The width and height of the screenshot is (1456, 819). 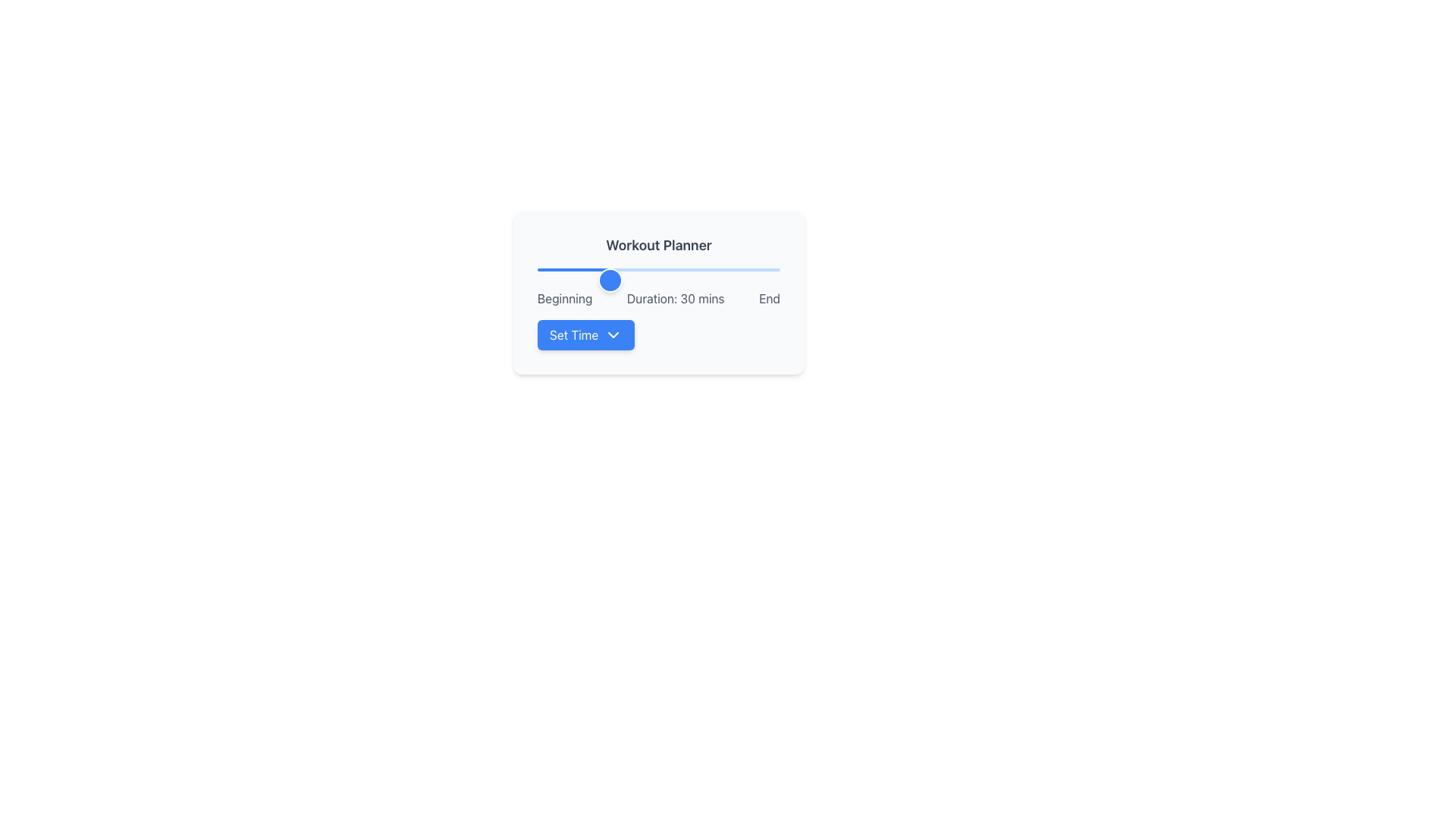 I want to click on the slider handle, so click(x=303, y=281).